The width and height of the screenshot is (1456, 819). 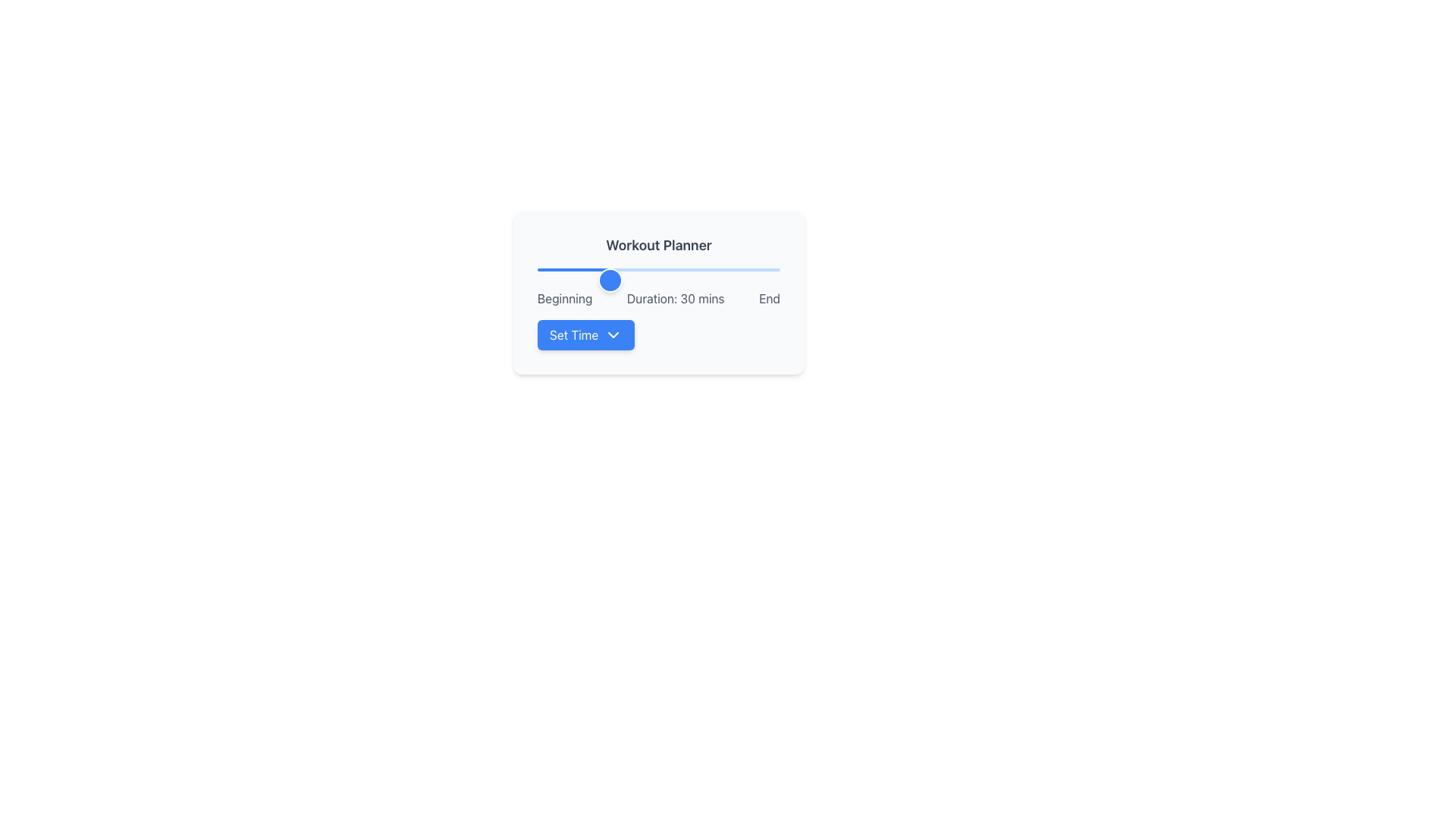 I want to click on the slider handle, so click(x=303, y=281).